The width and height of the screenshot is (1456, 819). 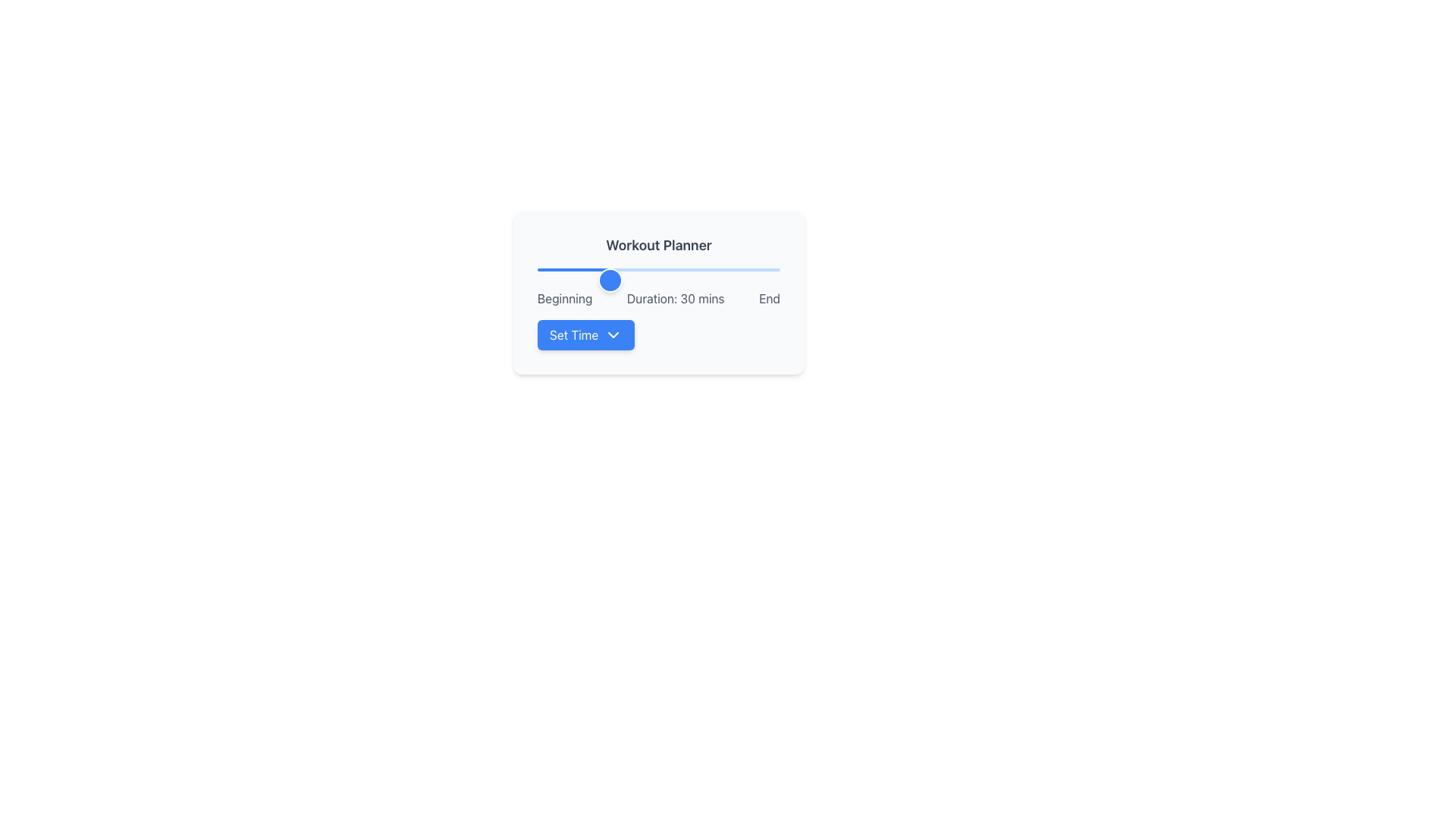 I want to click on the slider handle, so click(x=303, y=281).